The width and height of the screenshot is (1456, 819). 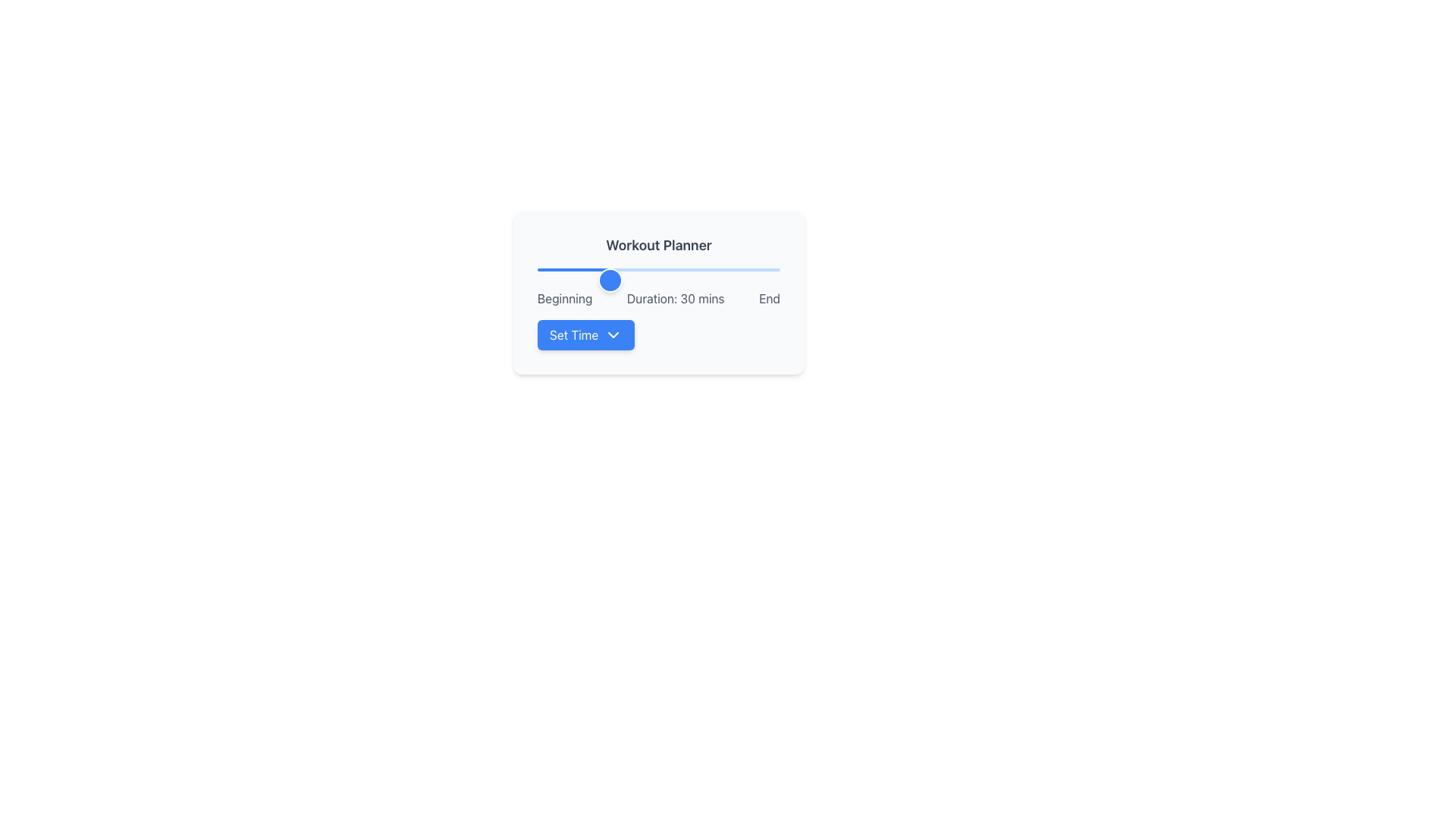 I want to click on the slider handle, so click(x=303, y=281).